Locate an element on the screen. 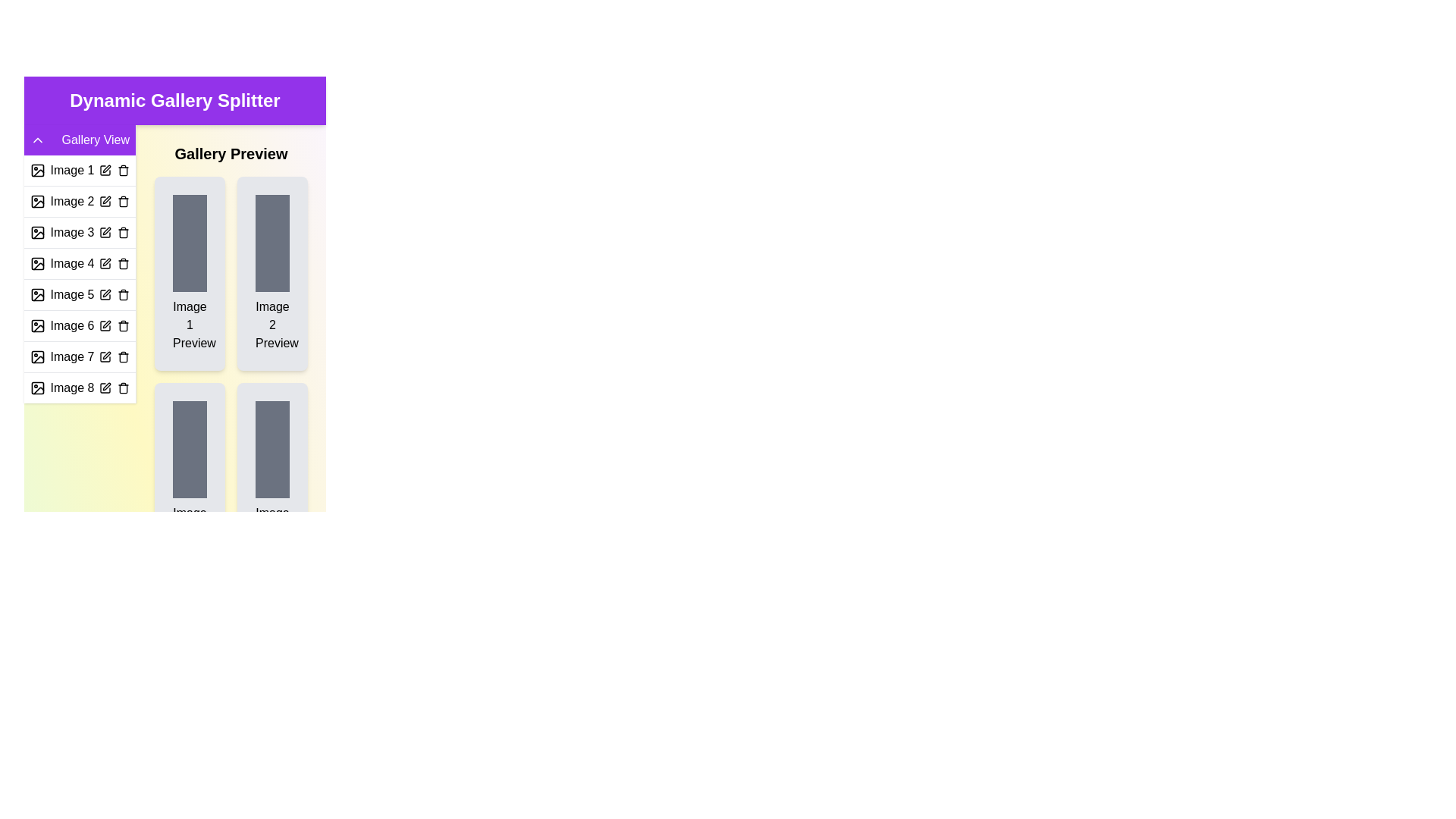  the trash can icon button located at the right of 'Image 6' in the gallery listing is located at coordinates (124, 325).